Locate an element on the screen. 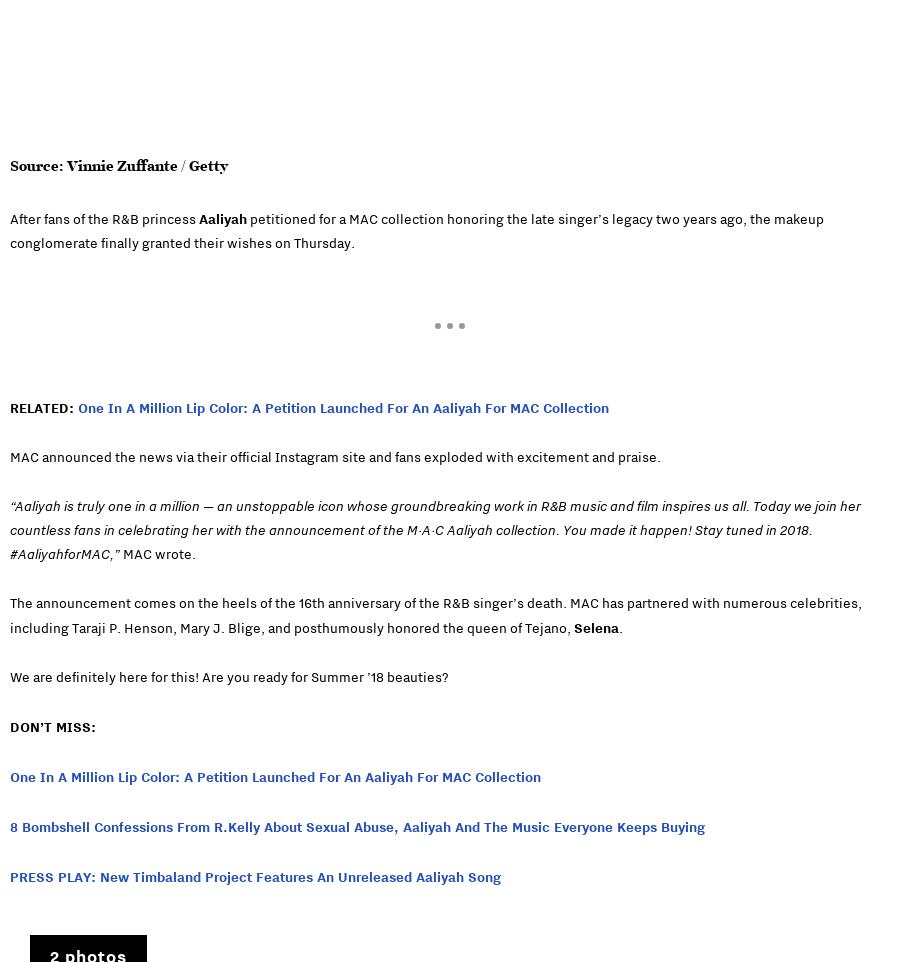  '.' is located at coordinates (621, 628).